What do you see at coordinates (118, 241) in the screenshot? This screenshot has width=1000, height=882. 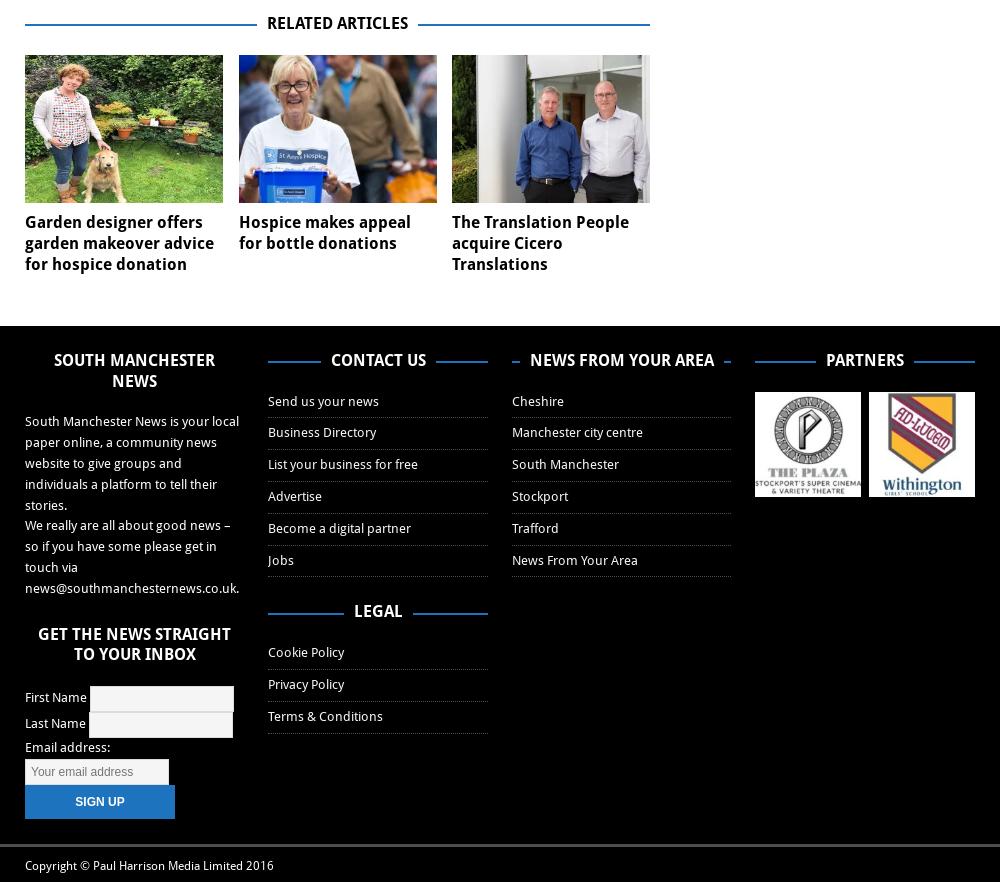 I see `'Garden designer offers garden makeover advice for hospice donation'` at bounding box center [118, 241].